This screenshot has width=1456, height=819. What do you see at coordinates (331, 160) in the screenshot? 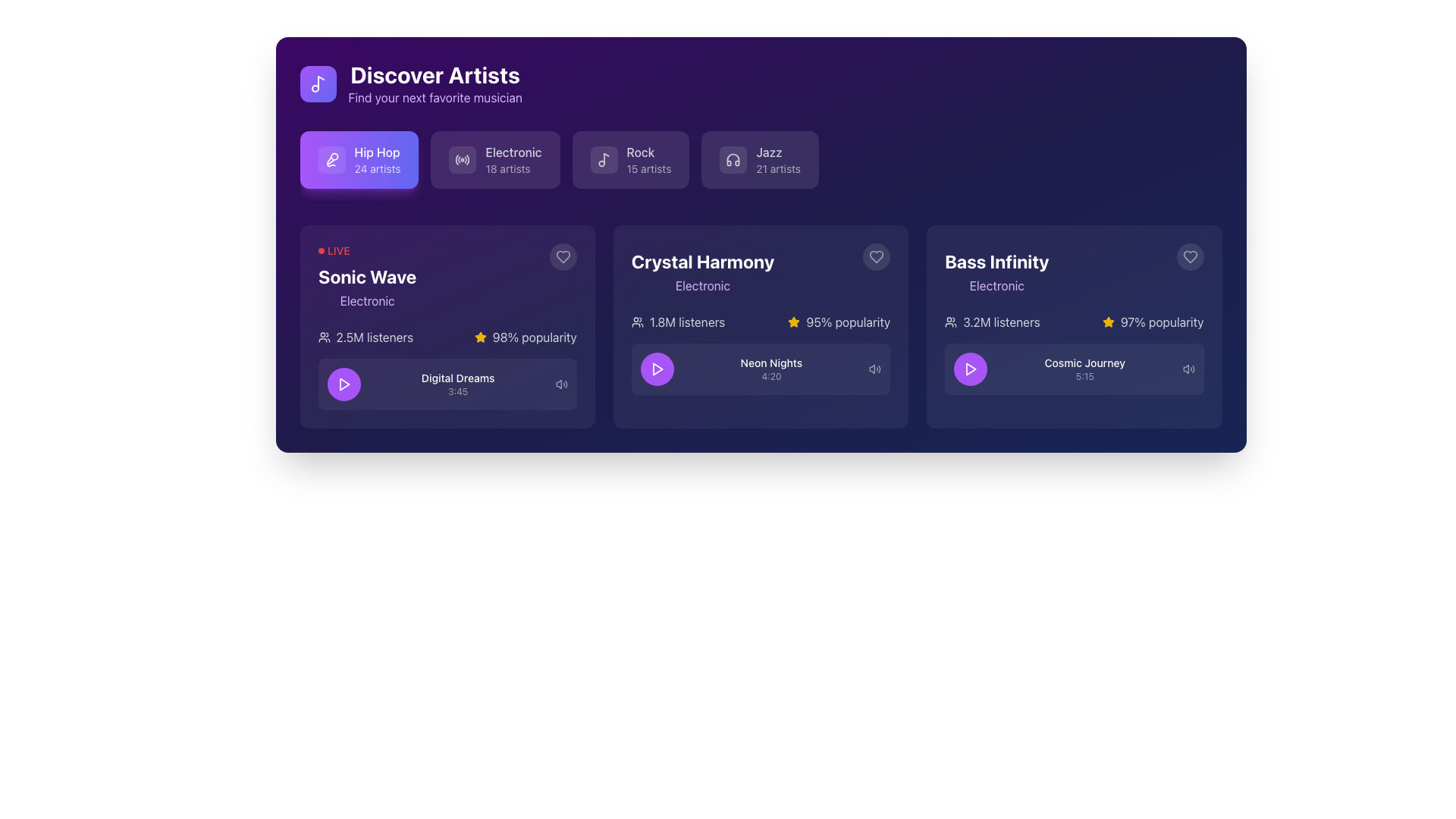
I see `the rounded rectangular icon with a light purple background and a white microphone symbol located within the 'Hip Hop' button on the left side of the text 'Hip Hop 24 artists'` at bounding box center [331, 160].